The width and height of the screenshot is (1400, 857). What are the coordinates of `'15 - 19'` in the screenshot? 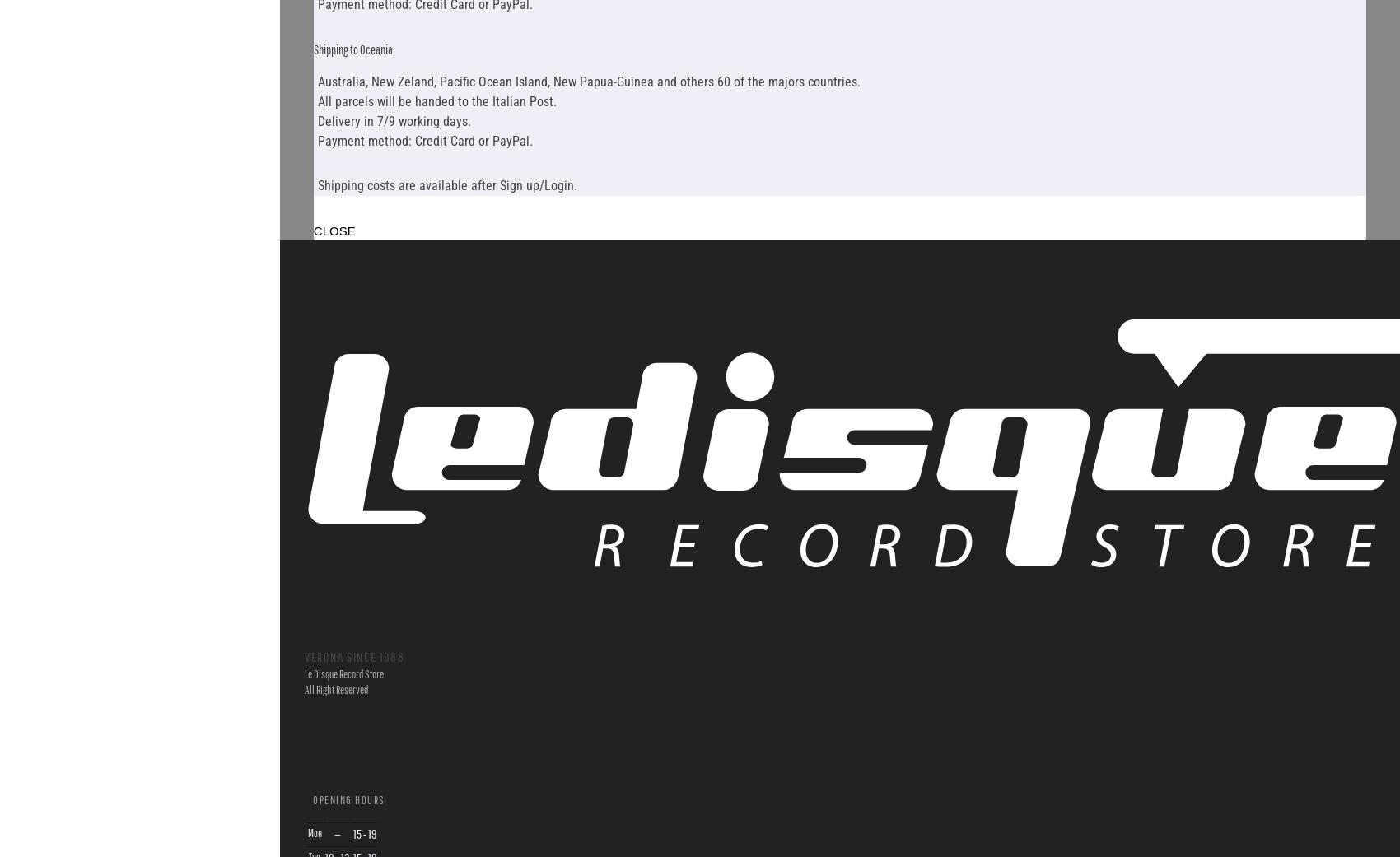 It's located at (353, 832).